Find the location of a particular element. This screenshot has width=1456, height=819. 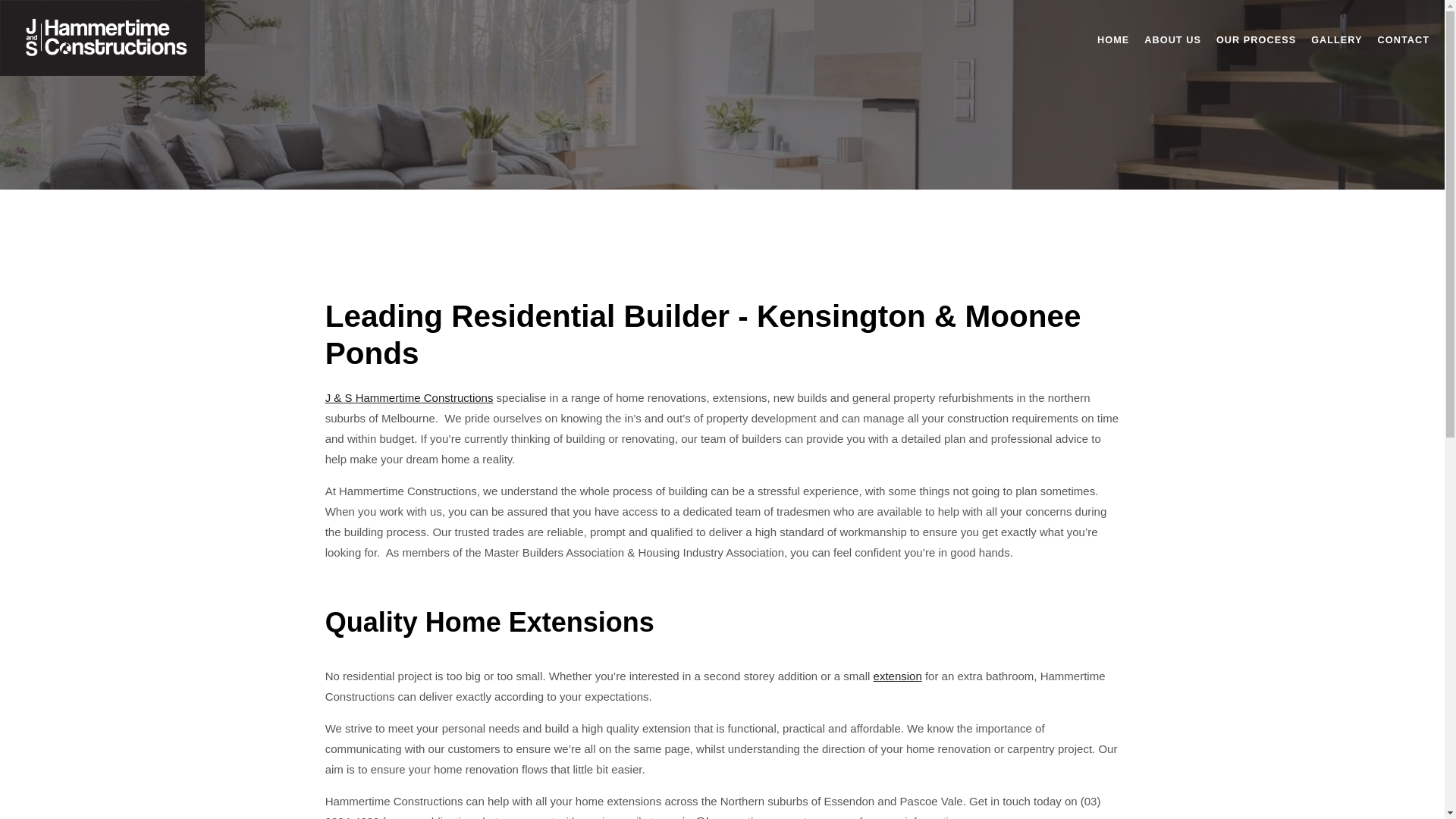

'ABOUT US' is located at coordinates (1172, 39).